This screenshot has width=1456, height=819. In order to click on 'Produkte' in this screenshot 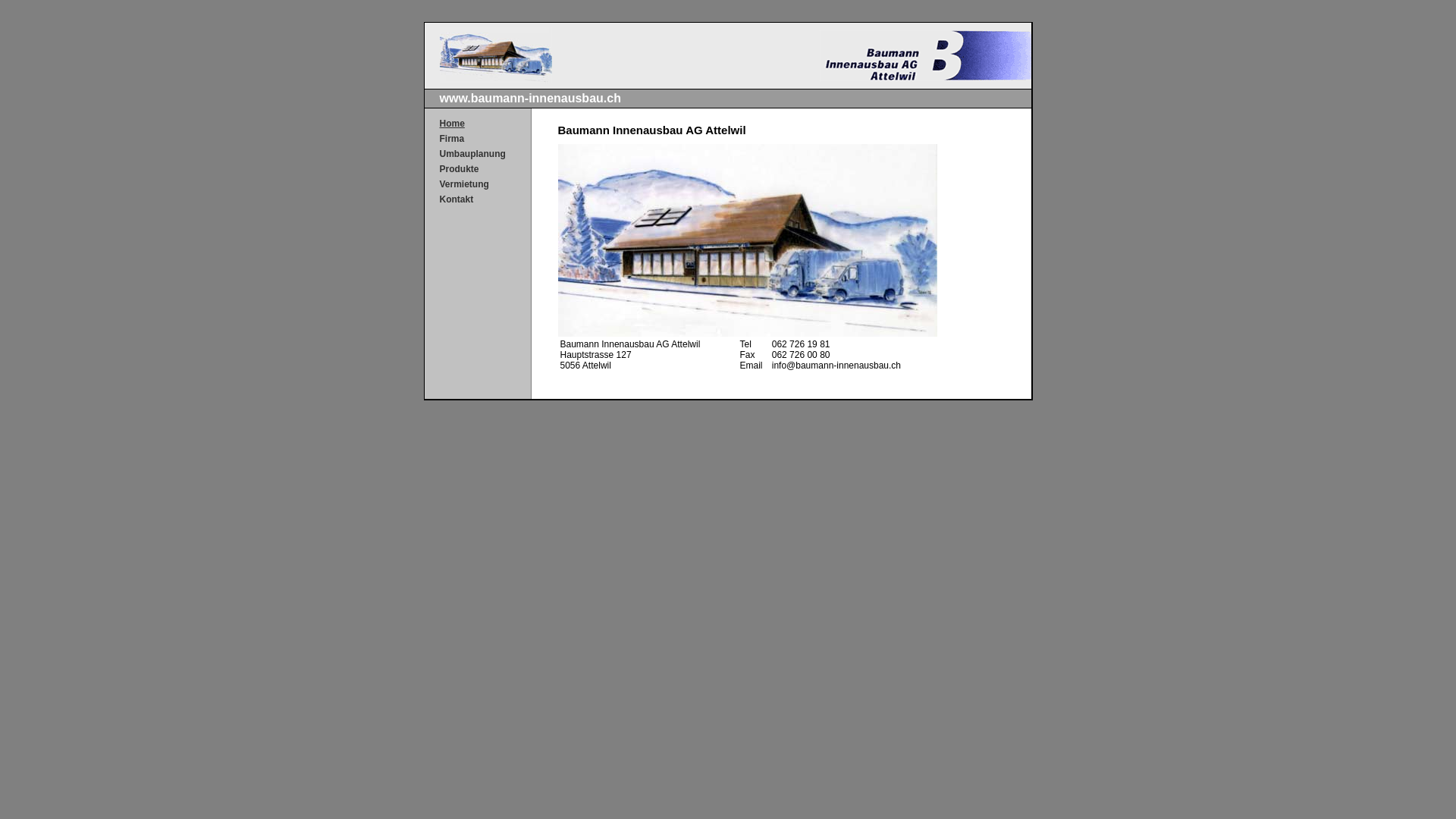, I will do `click(476, 169)`.